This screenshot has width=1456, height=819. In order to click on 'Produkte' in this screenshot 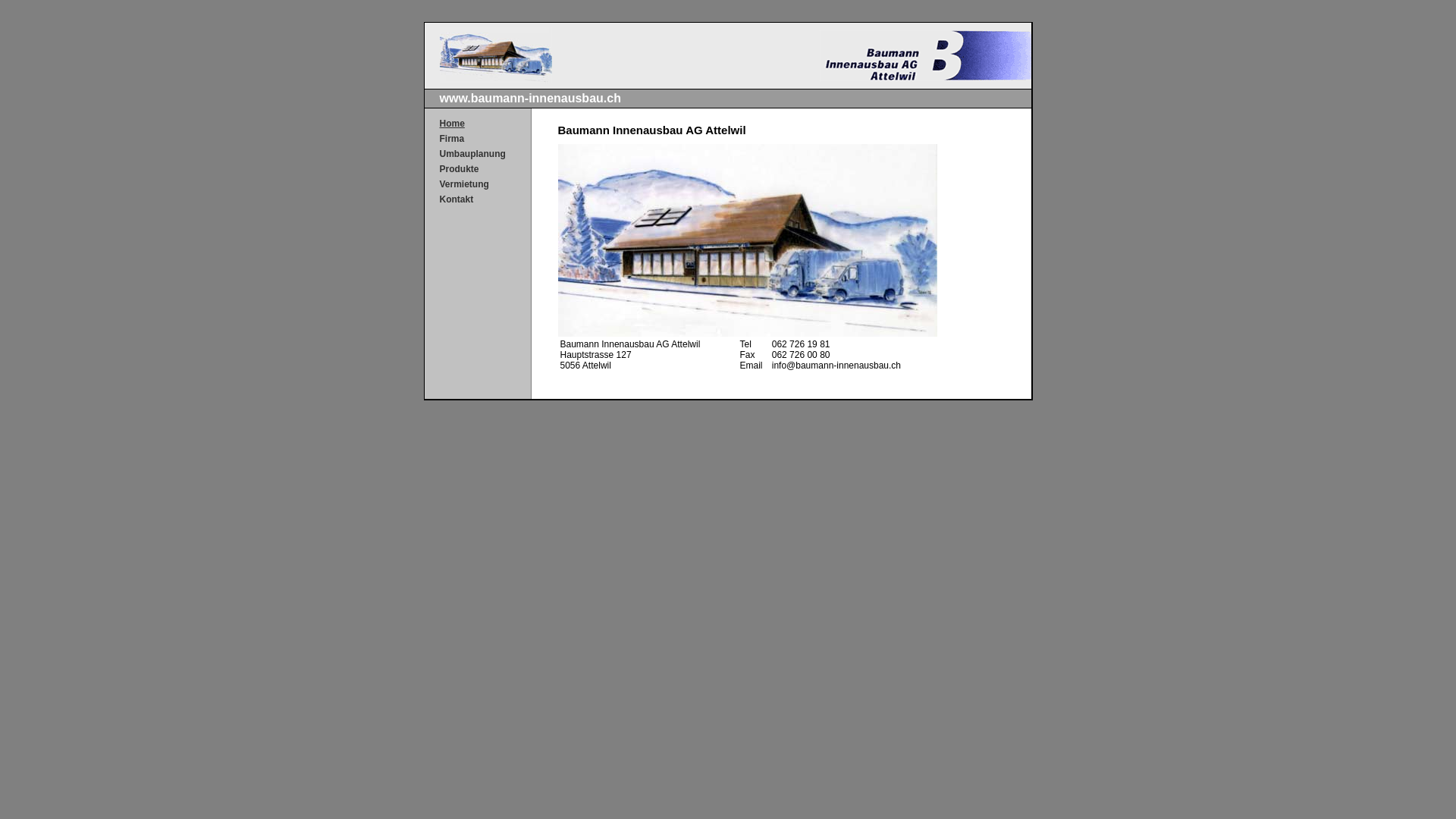, I will do `click(476, 169)`.